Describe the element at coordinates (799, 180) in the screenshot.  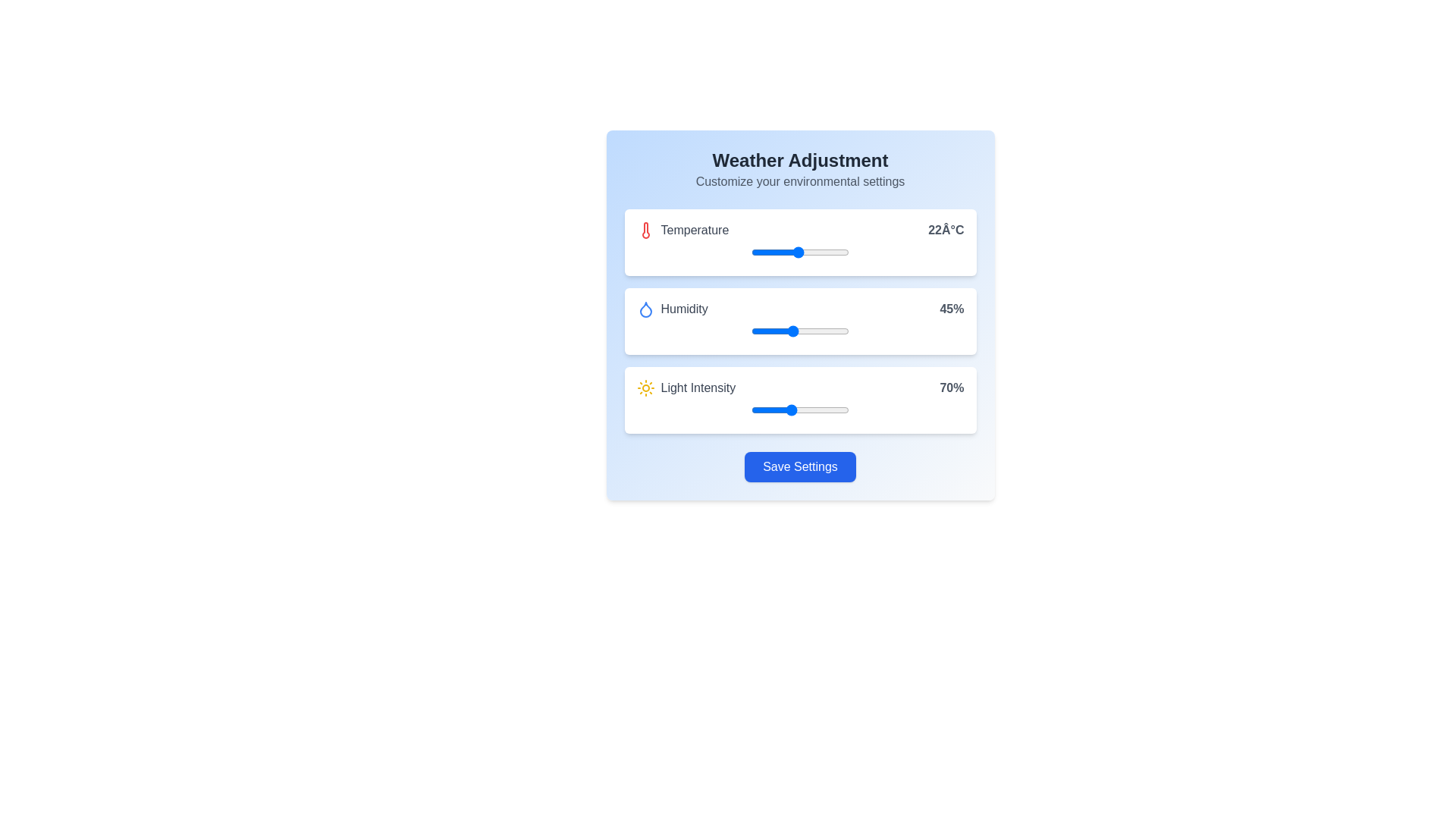
I see `the descriptive subtitle text label located below the 'Weather Adjustment' title` at that location.